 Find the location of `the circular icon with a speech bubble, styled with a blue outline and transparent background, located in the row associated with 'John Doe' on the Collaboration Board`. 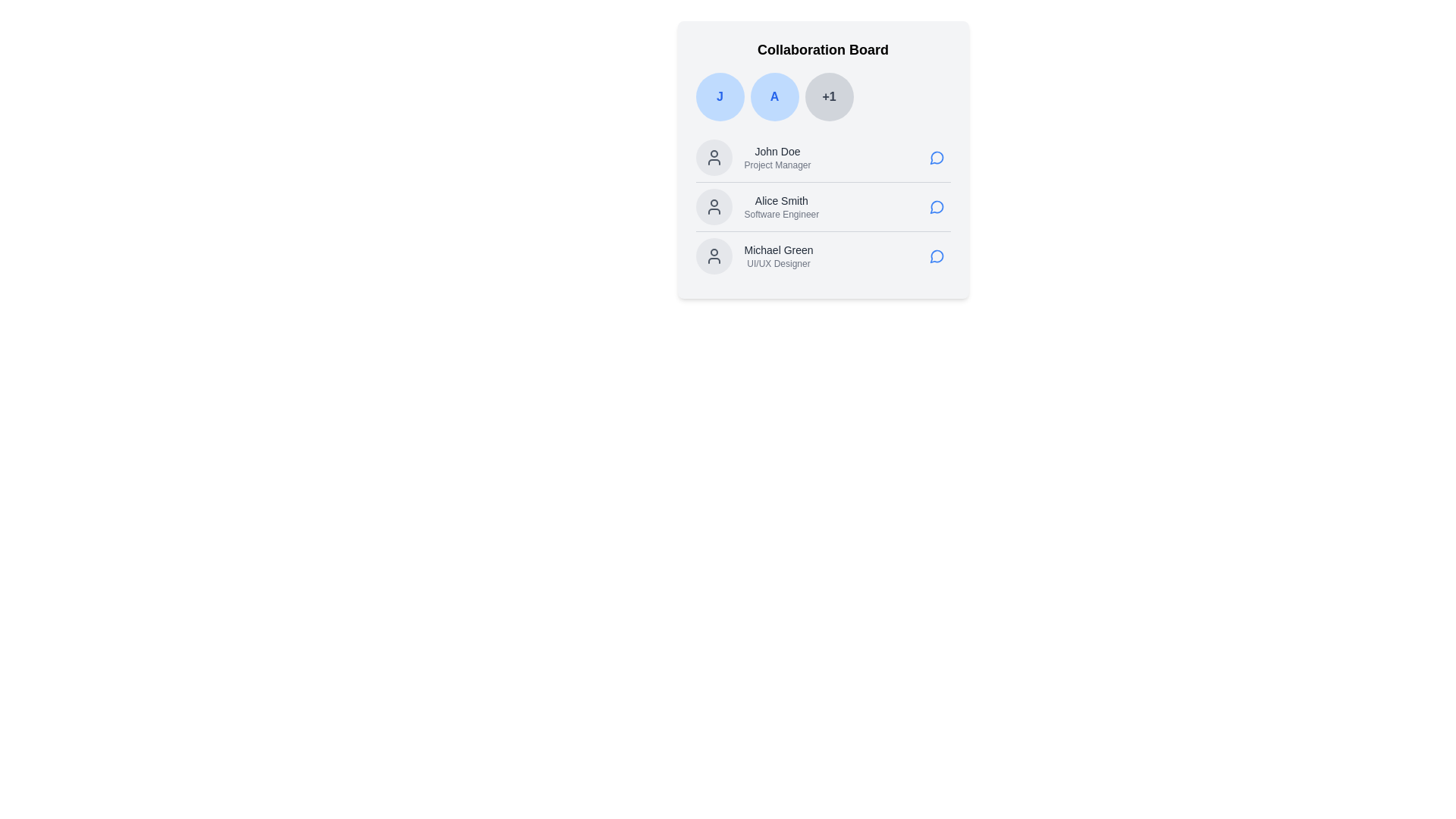

the circular icon with a speech bubble, styled with a blue outline and transparent background, located in the row associated with 'John Doe' on the Collaboration Board is located at coordinates (936, 158).